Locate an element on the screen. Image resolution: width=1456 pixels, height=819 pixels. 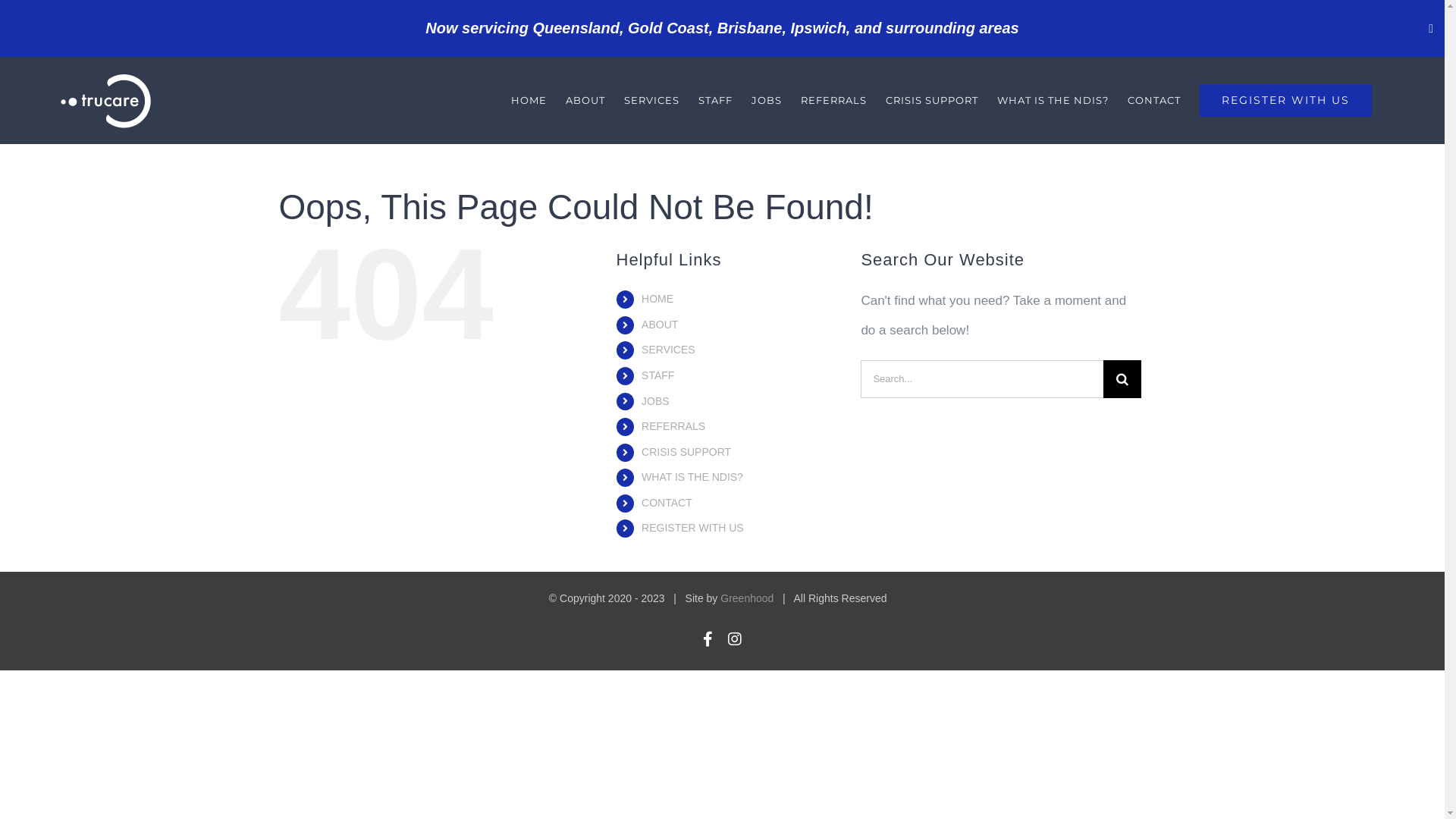
'ABOUT' is located at coordinates (585, 100).